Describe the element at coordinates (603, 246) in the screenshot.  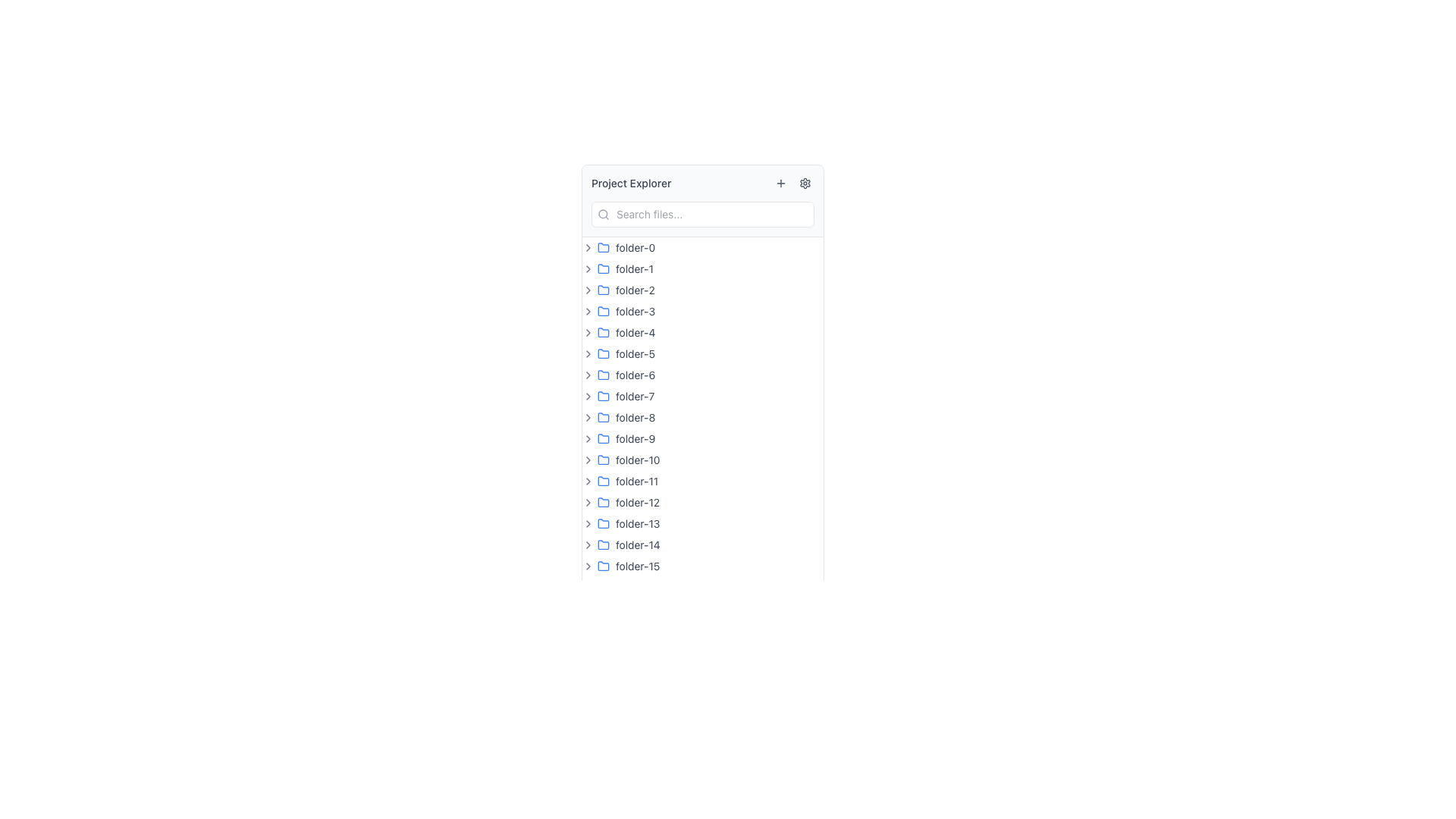
I see `the folder icon located in the 'Project Explorer' panel, which precedes the label 'folder-0'` at that location.